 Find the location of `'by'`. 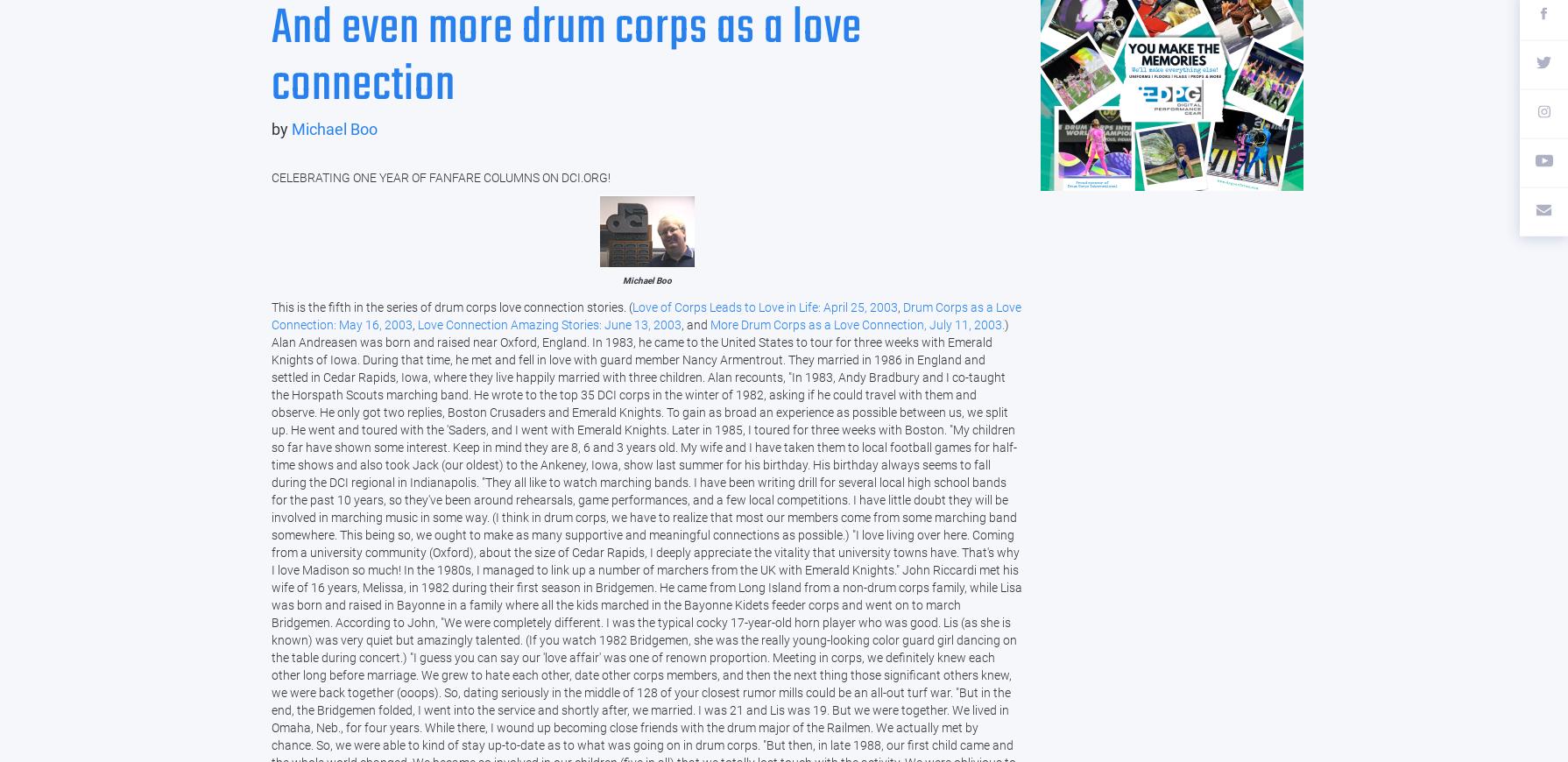

'by' is located at coordinates (272, 128).